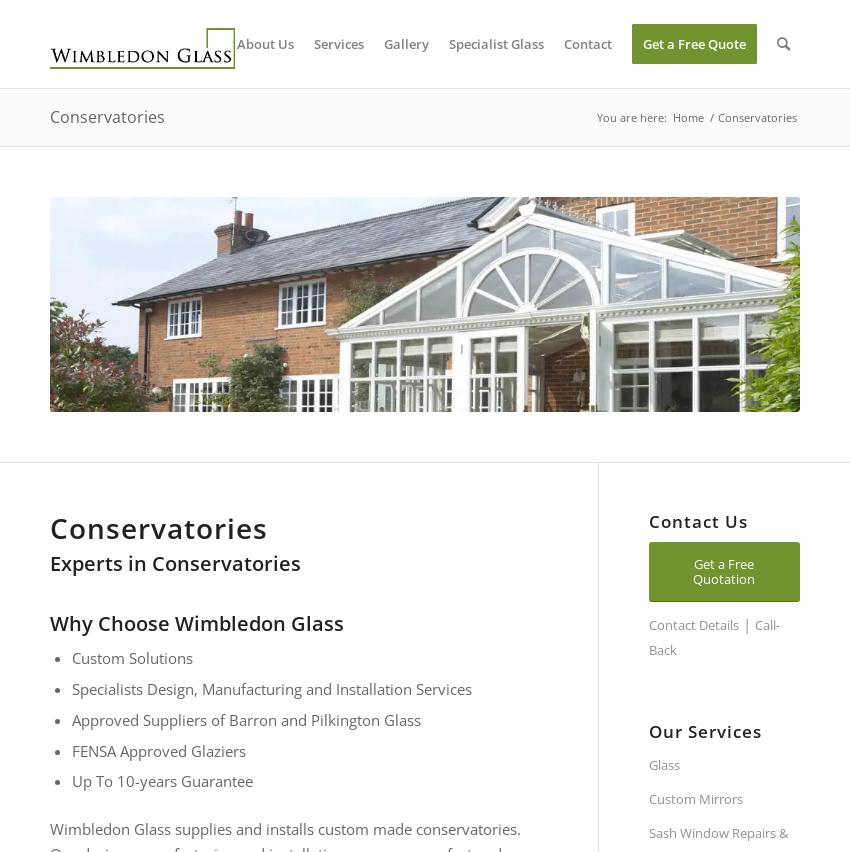  What do you see at coordinates (49, 563) in the screenshot?
I see `'Experts in Conservatories'` at bounding box center [49, 563].